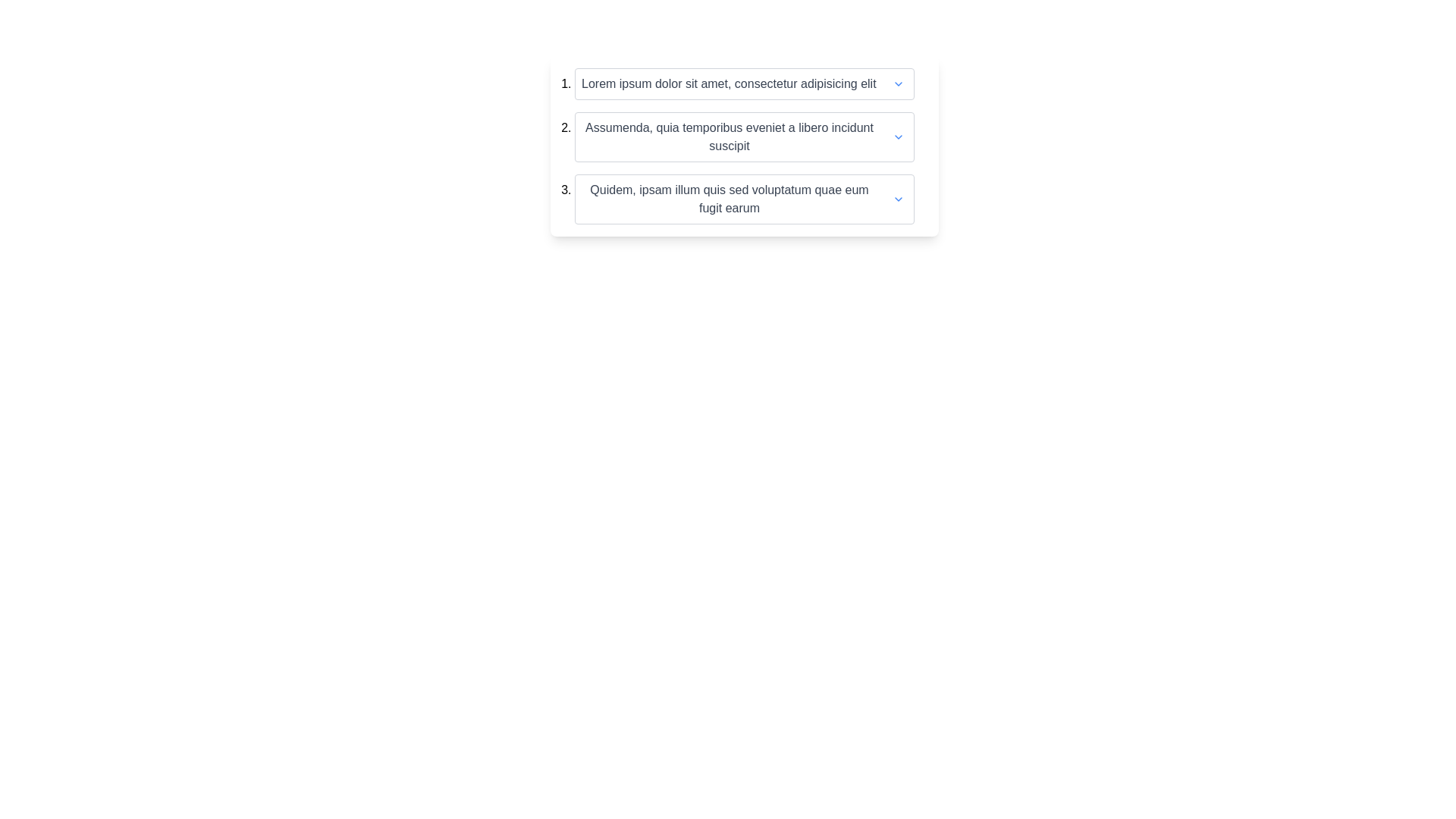 The height and width of the screenshot is (819, 1456). Describe the element at coordinates (729, 198) in the screenshot. I see `the main textual label of the third item in a vertically stacked list, which provides a descriptive title for the associated list item` at that location.